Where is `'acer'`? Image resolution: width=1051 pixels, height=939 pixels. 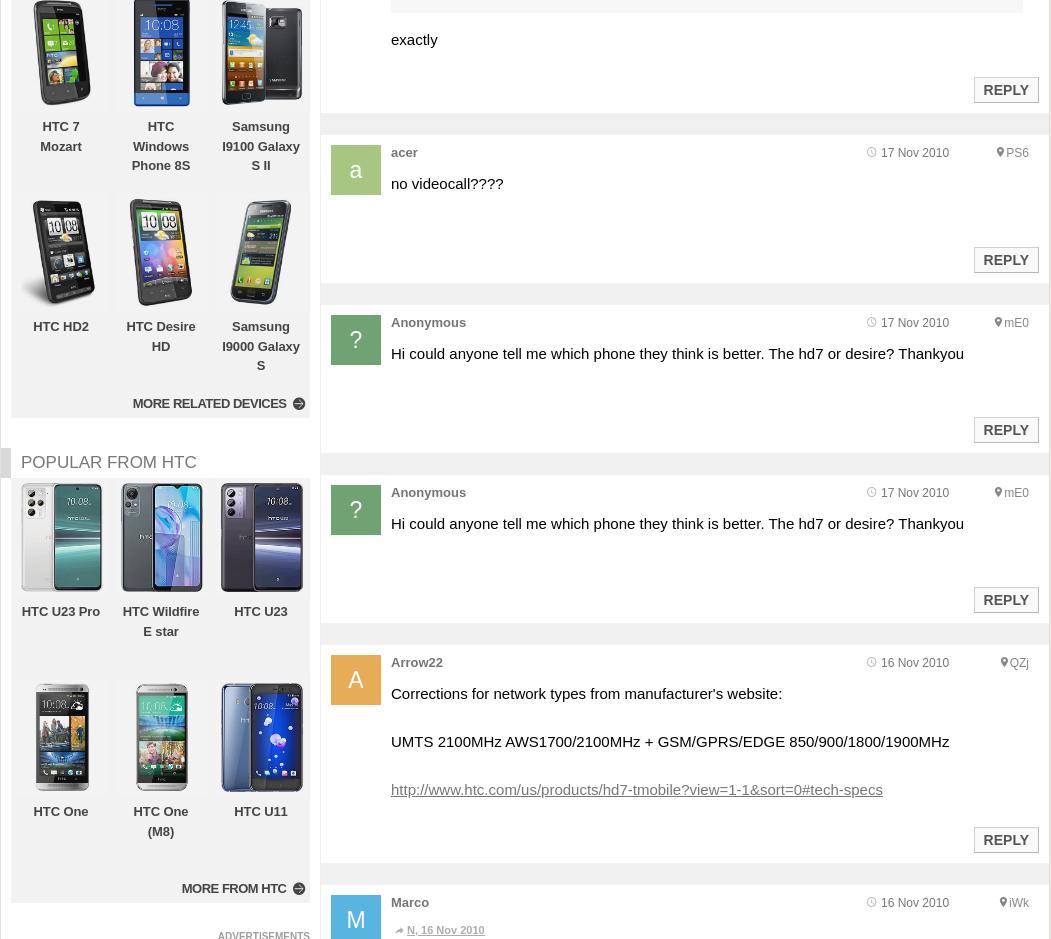
'acer' is located at coordinates (389, 151).